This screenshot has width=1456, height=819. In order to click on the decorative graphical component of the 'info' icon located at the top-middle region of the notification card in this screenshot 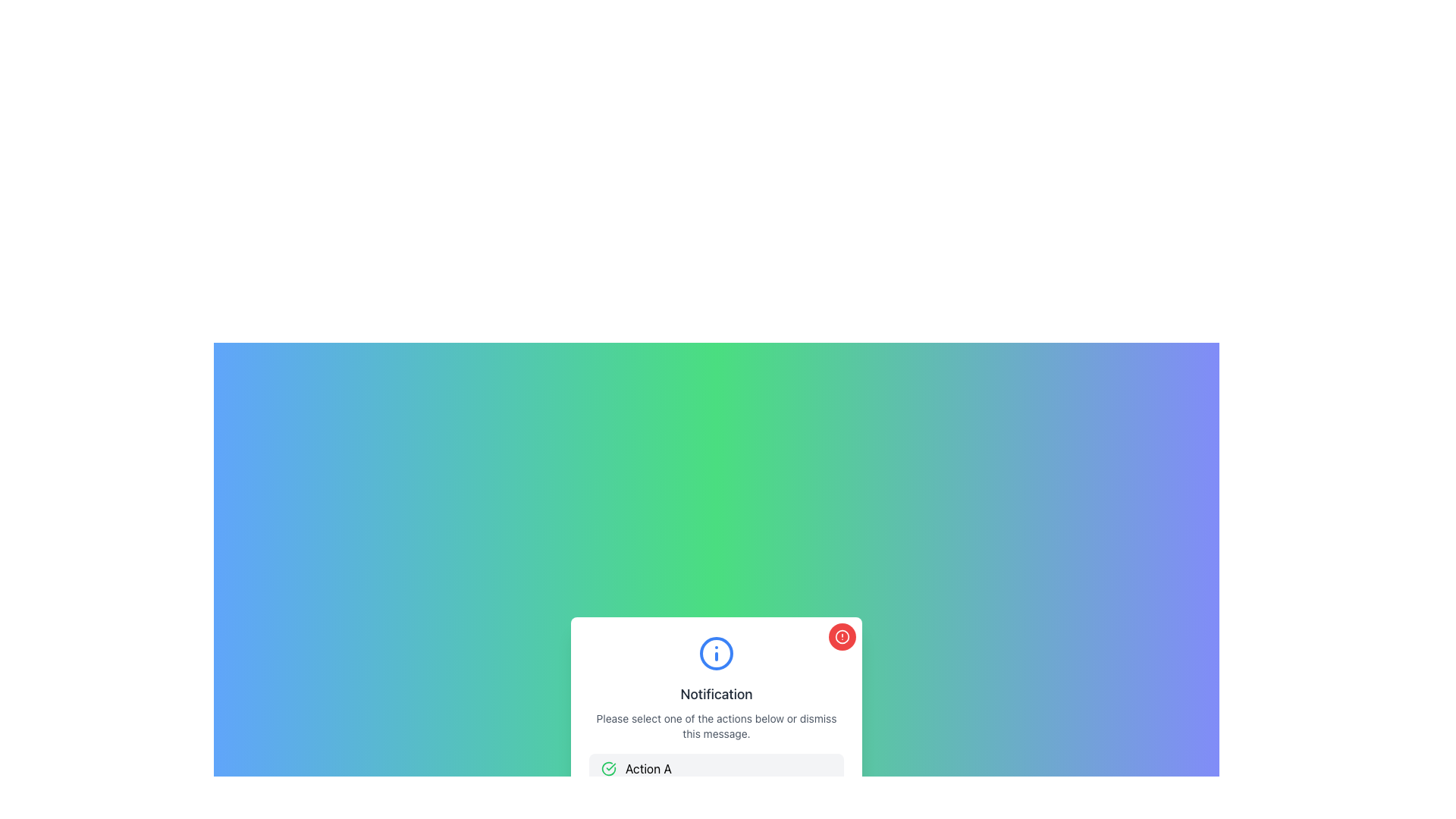, I will do `click(716, 652)`.